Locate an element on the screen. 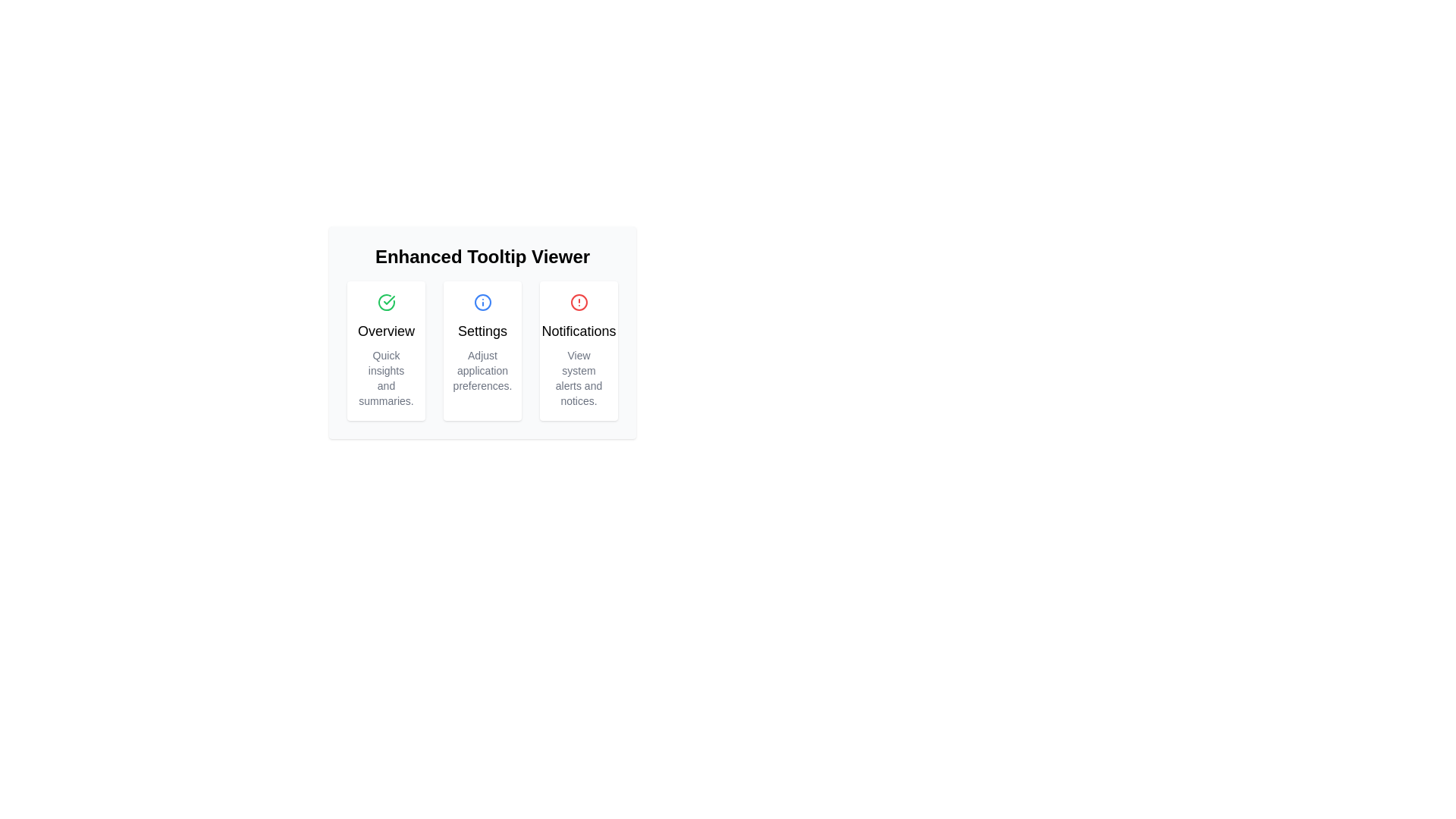 The image size is (1456, 819). information from the 'Overview' Information card, which is the first card in a row of three boxes, featuring a green checkmark icon and the text 'Quick insights and summaries.' is located at coordinates (386, 350).